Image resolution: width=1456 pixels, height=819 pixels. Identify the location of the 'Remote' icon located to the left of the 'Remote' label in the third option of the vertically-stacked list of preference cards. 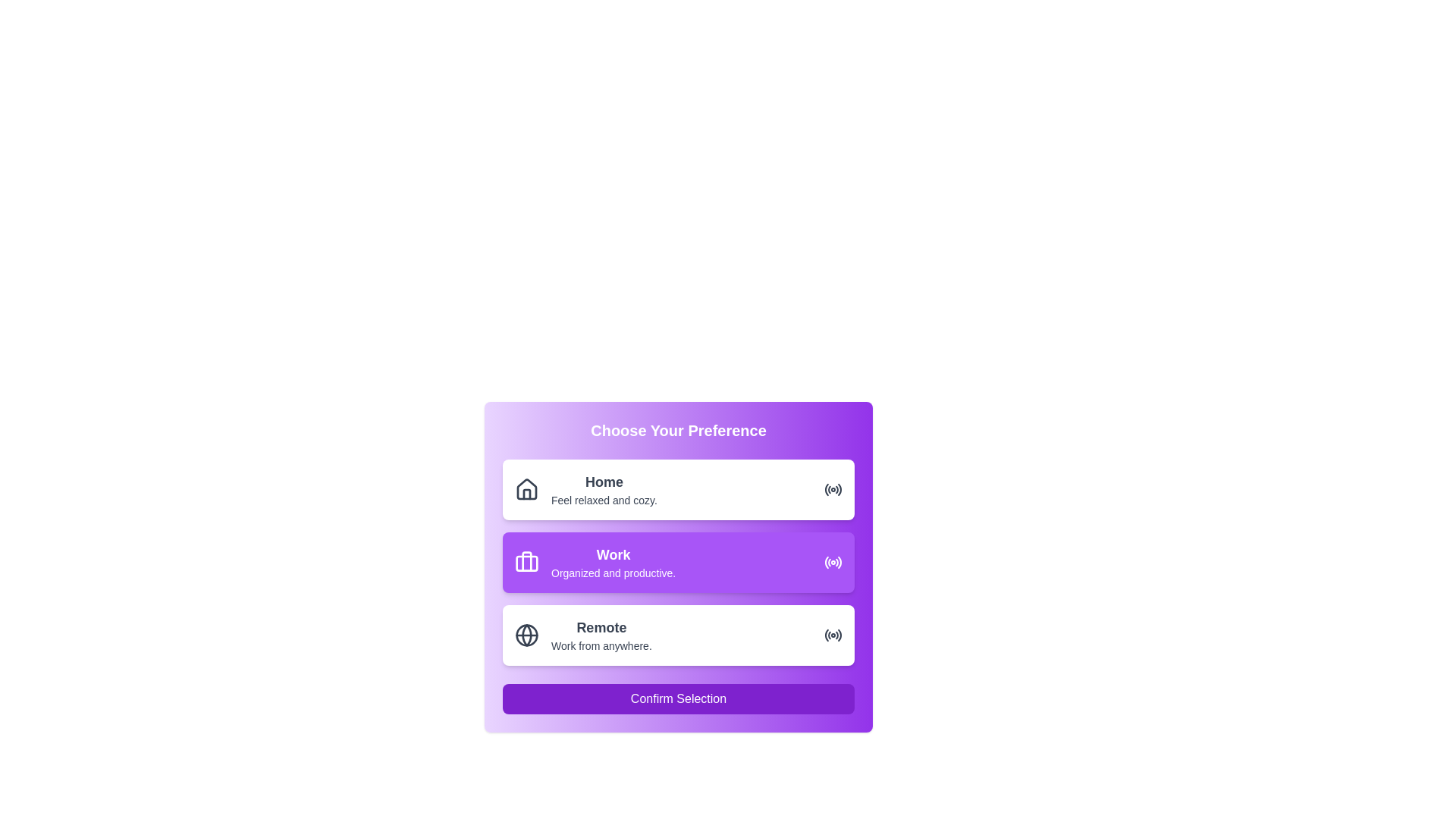
(527, 635).